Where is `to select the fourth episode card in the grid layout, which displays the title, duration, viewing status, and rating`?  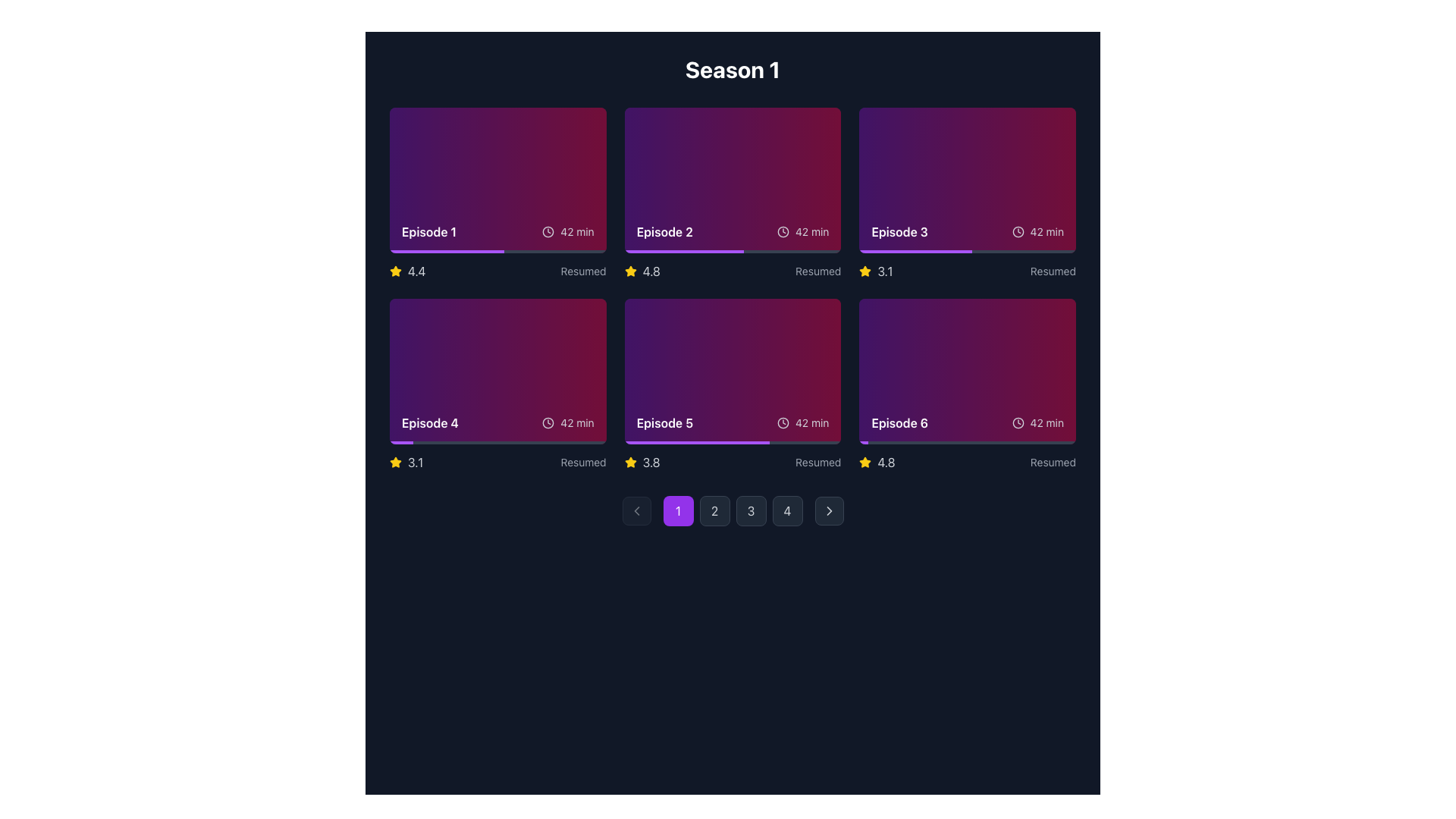 to select the fourth episode card in the grid layout, which displays the title, duration, viewing status, and rating is located at coordinates (497, 384).